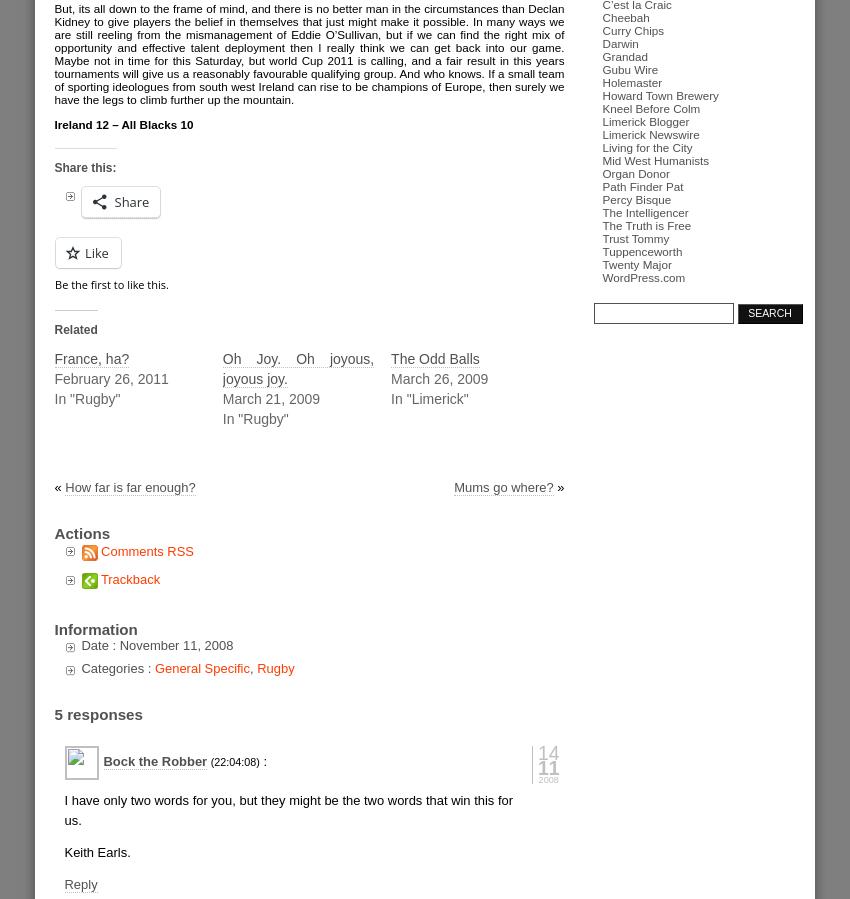 This screenshot has height=899, width=850. I want to click on 'Kneel Before Colm', so click(651, 107).